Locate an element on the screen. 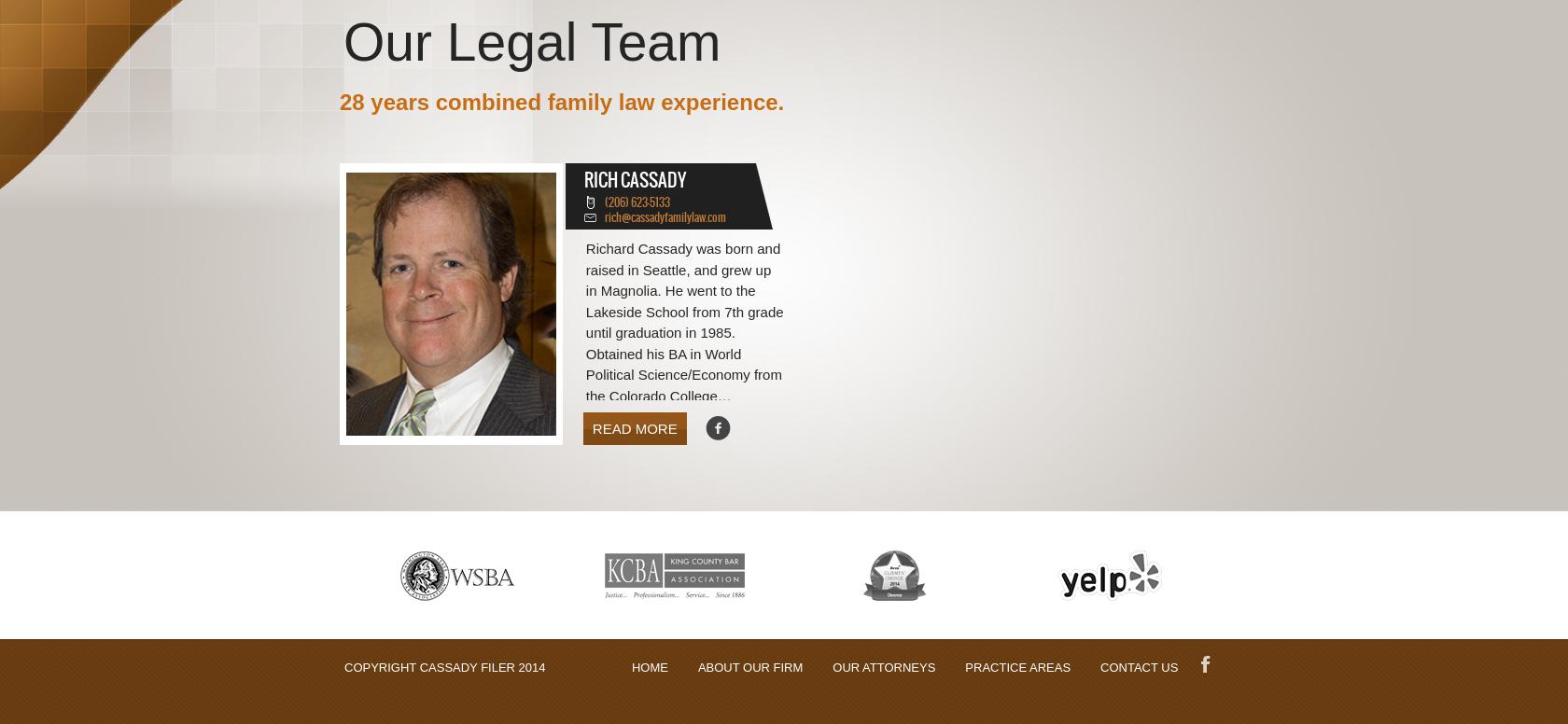  'Richard Cassady was born and raised in Seattle, and grew up in Magnolia.  He went to the Lakeside School from 7th grade until graduation in 1985.  Obtained his BA in World Political Science/Economy from the Colorado College…' is located at coordinates (683, 321).